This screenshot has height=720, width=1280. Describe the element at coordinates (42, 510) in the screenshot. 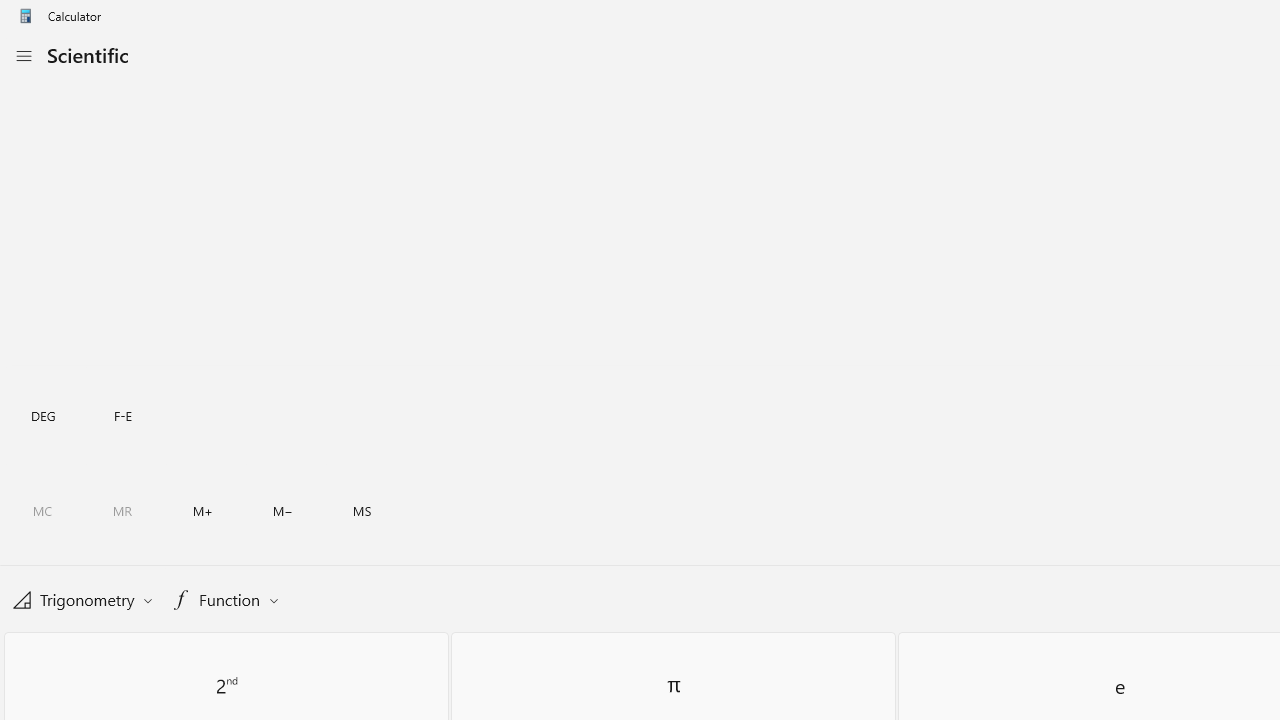

I see `'Clear all memory'` at that location.